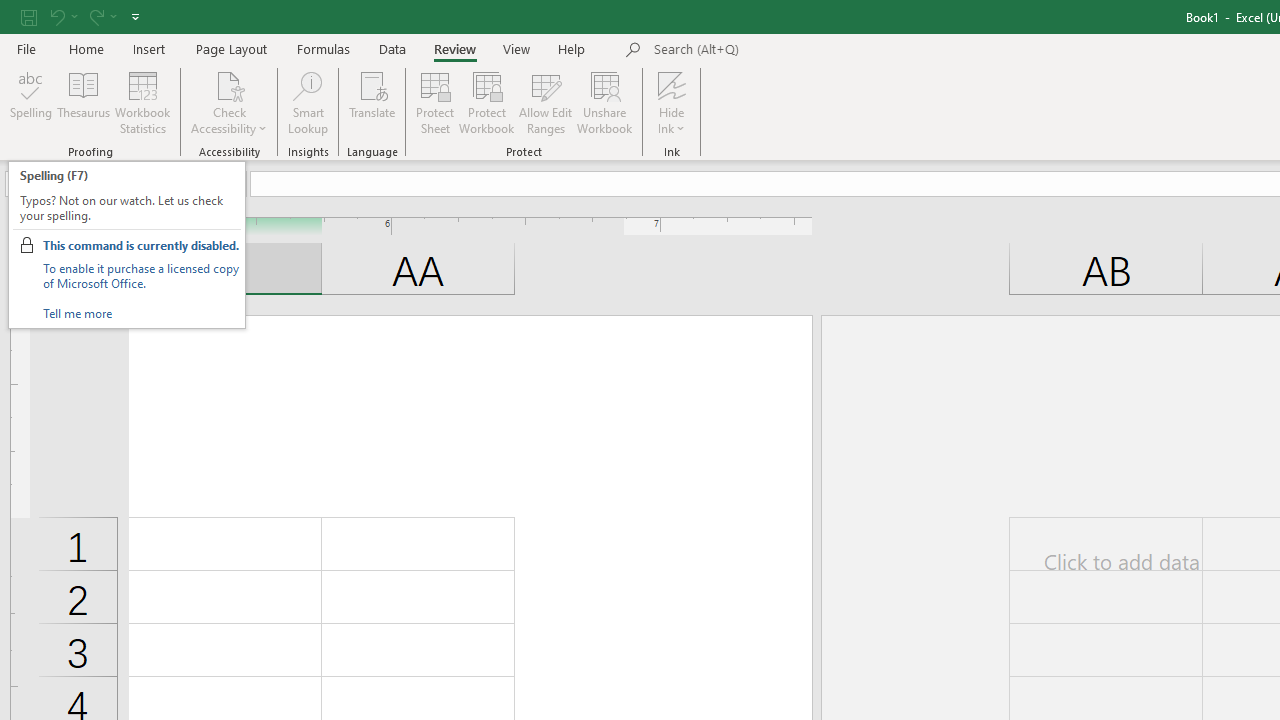 This screenshot has width=1280, height=720. Describe the element at coordinates (307, 103) in the screenshot. I see `'Smart Lookup'` at that location.